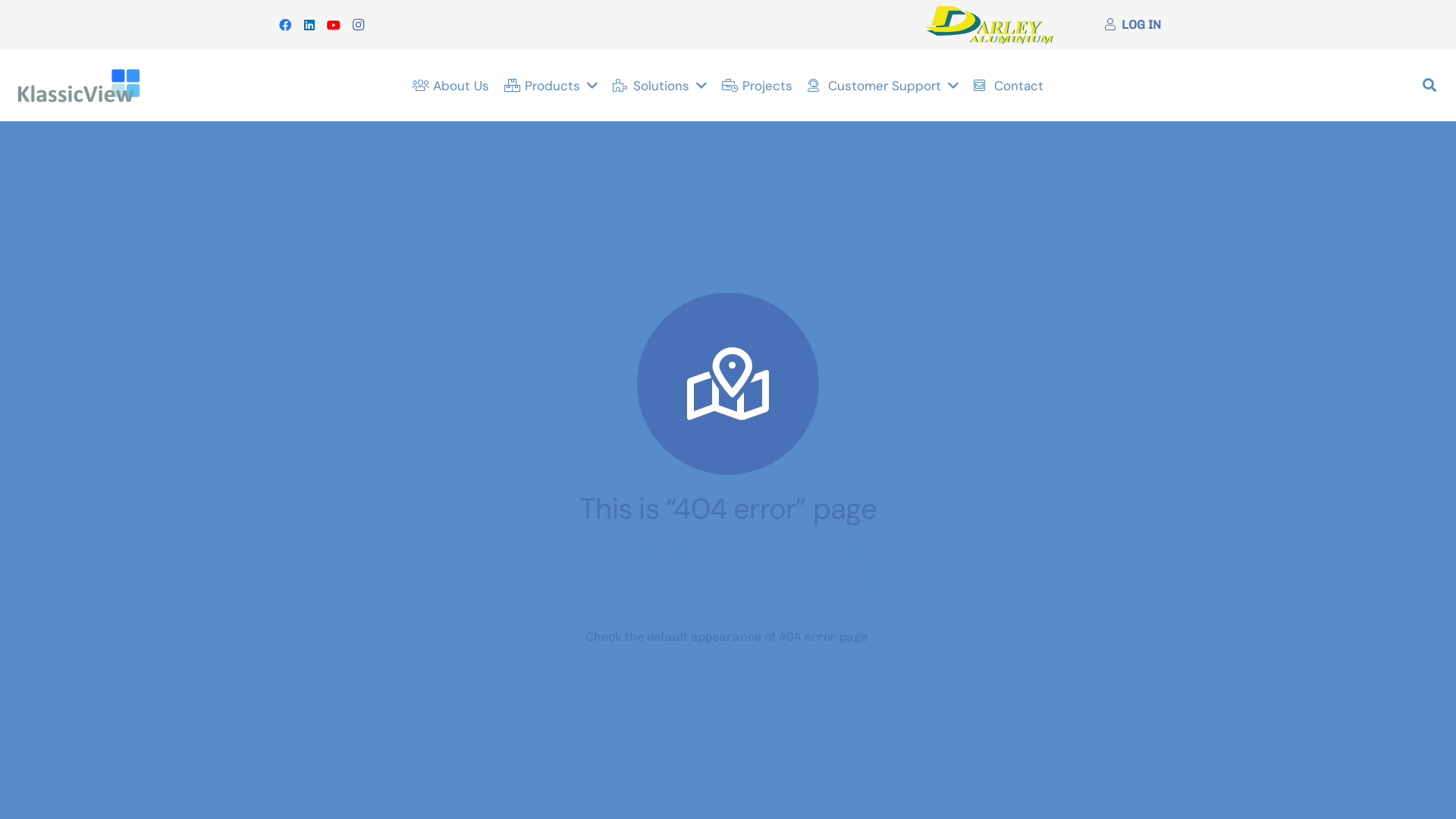 This screenshot has width=1456, height=819. I want to click on 'Projects', so click(757, 85).